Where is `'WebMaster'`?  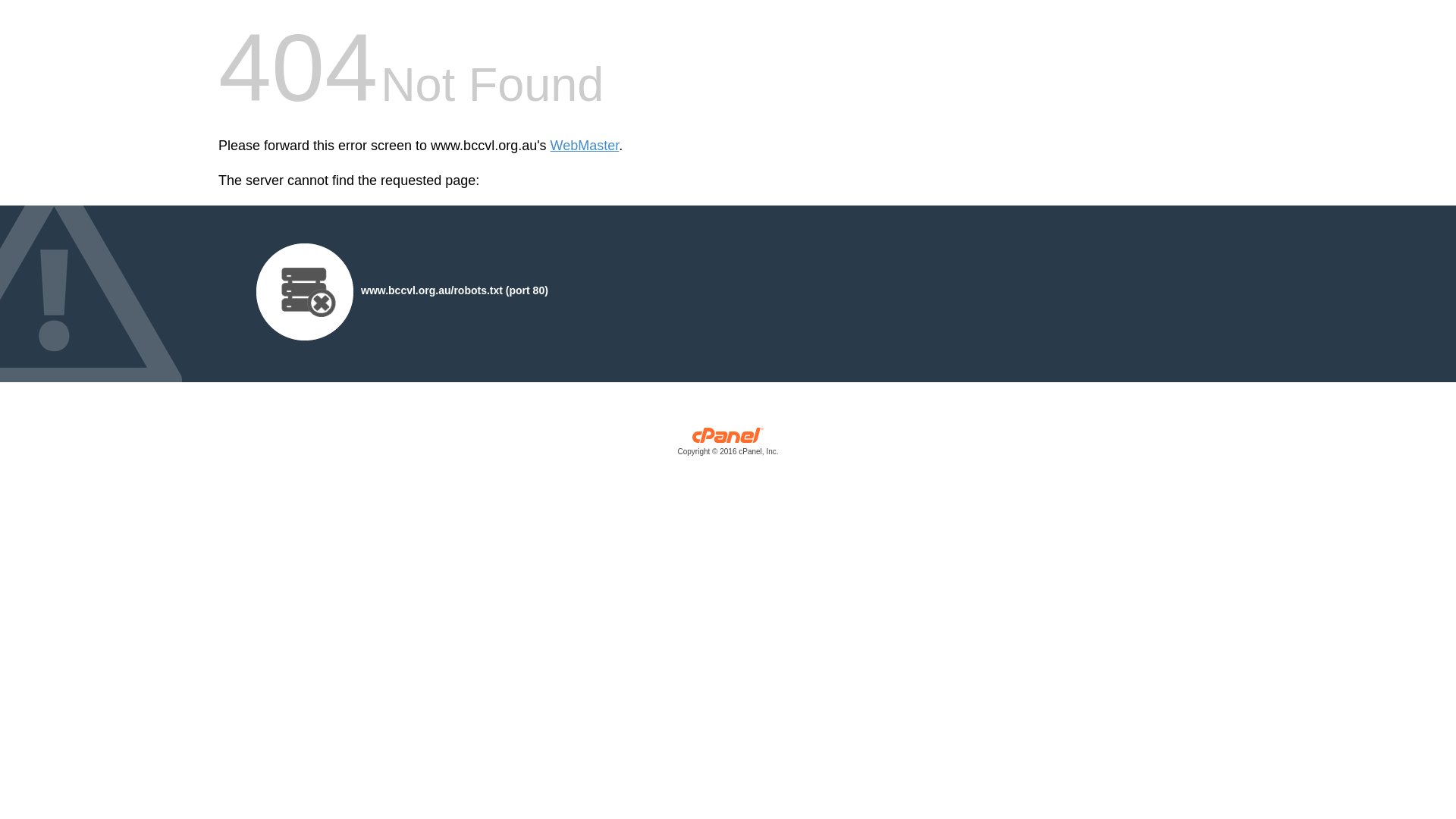
'WebMaster' is located at coordinates (549, 146).